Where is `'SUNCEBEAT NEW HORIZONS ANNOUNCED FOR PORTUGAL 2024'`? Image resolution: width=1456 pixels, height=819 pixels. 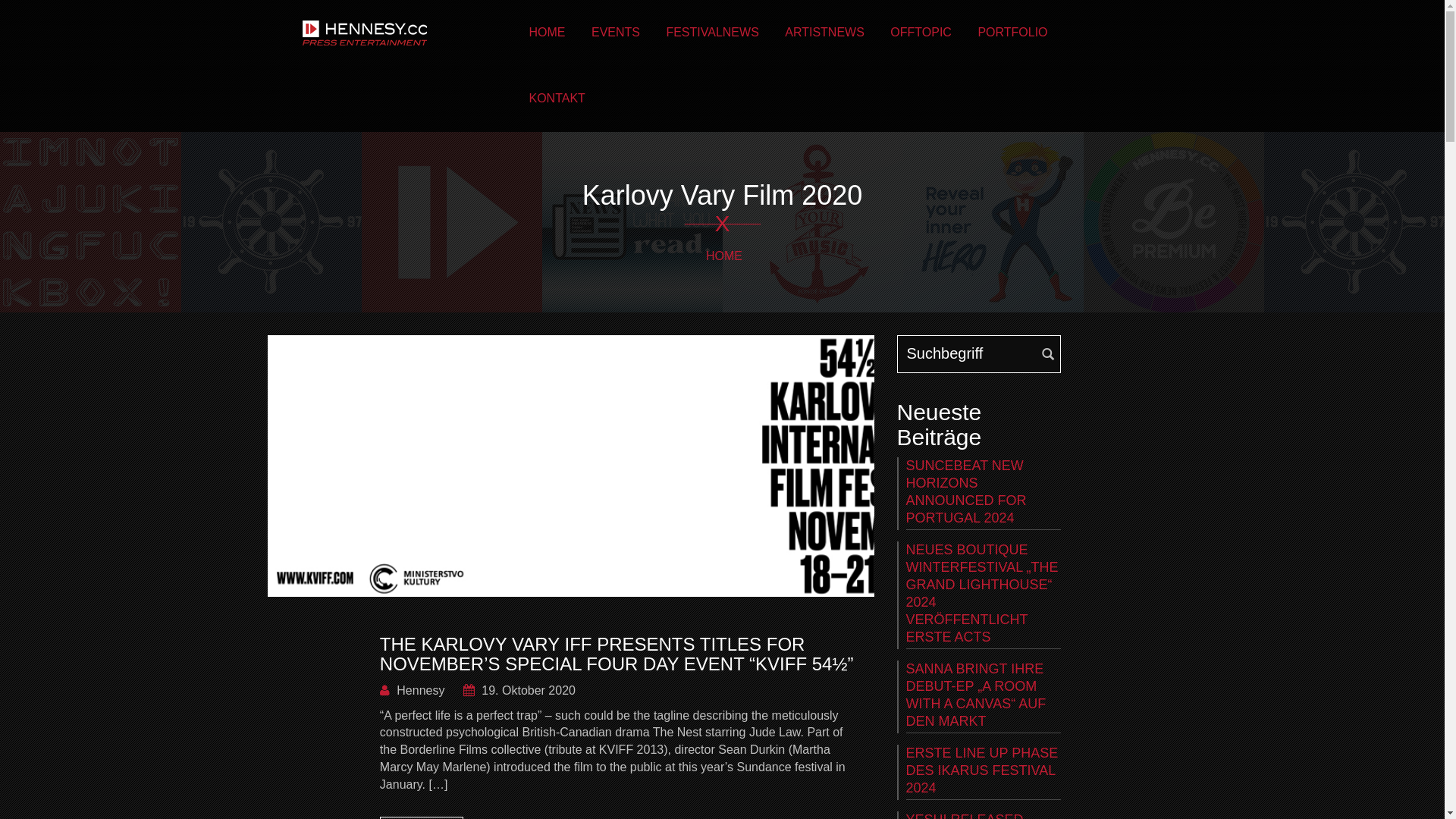
'SUNCEBEAT NEW HORIZONS ANNOUNCED FOR PORTUGAL 2024' is located at coordinates (983, 494).